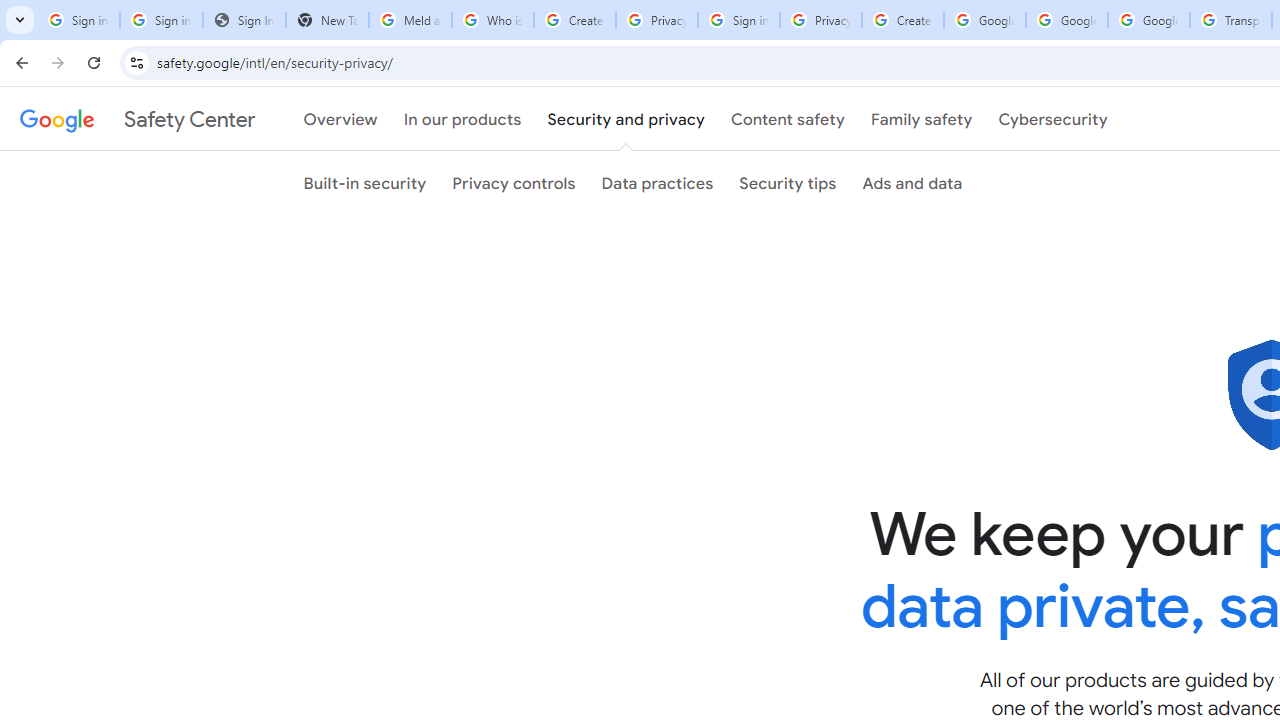 Image resolution: width=1280 pixels, height=720 pixels. What do you see at coordinates (657, 183) in the screenshot?
I see `'Data practices'` at bounding box center [657, 183].